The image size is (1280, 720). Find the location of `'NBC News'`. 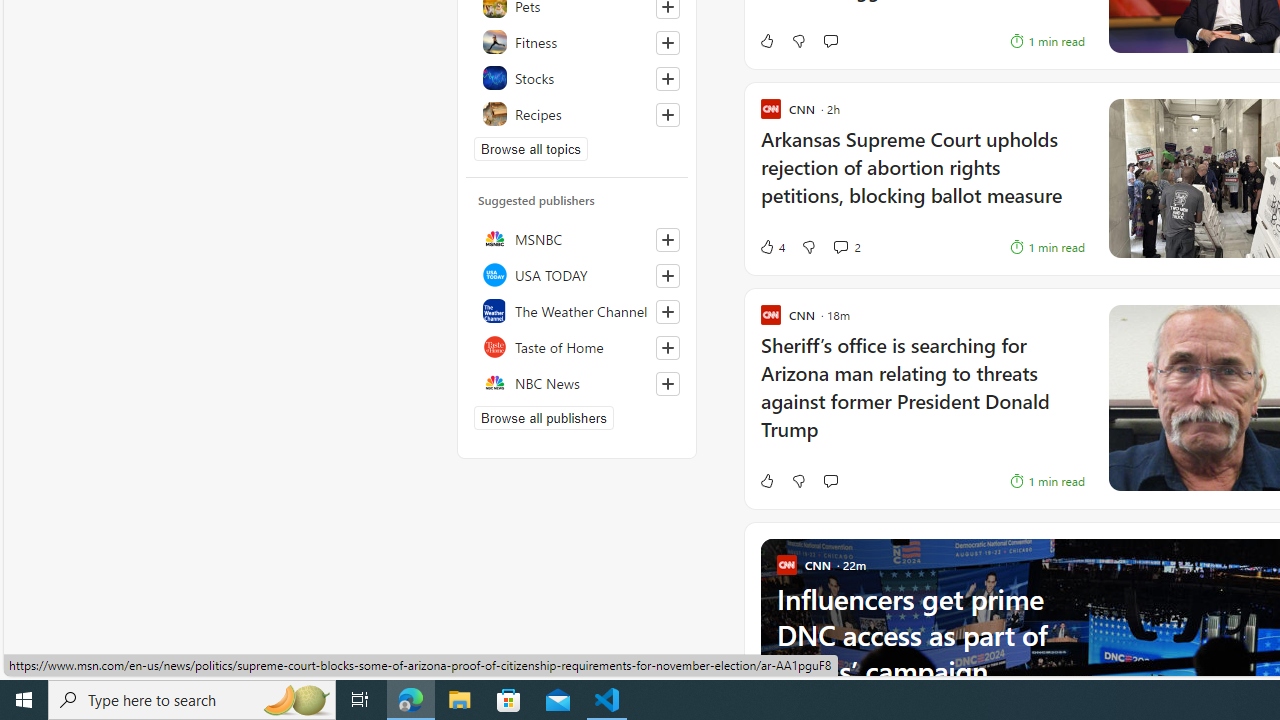

'NBC News' is located at coordinates (576, 383).